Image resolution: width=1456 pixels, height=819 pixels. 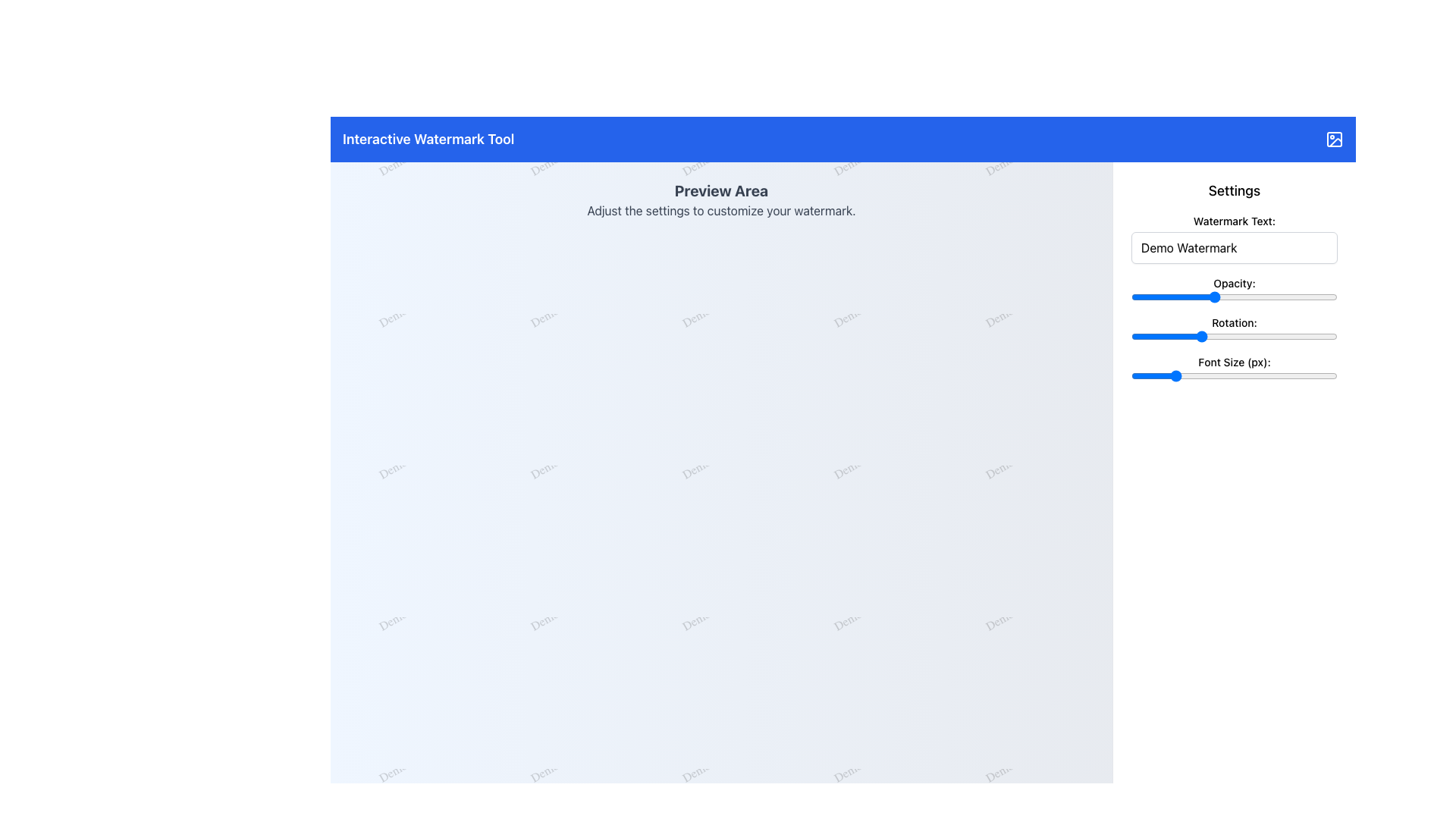 I want to click on font size, so click(x=1145, y=375).